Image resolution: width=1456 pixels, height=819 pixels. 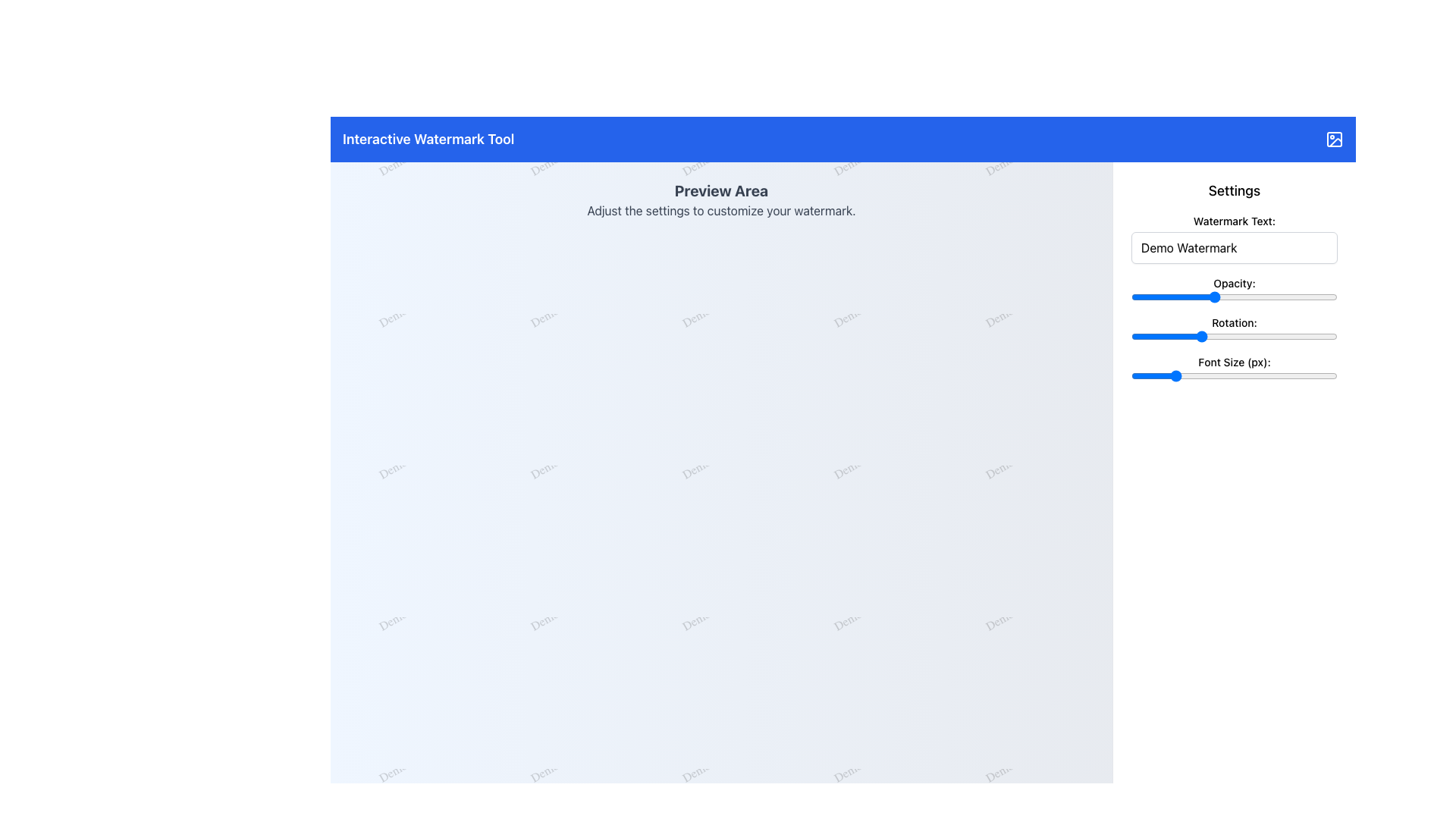 I want to click on font size, so click(x=1145, y=375).